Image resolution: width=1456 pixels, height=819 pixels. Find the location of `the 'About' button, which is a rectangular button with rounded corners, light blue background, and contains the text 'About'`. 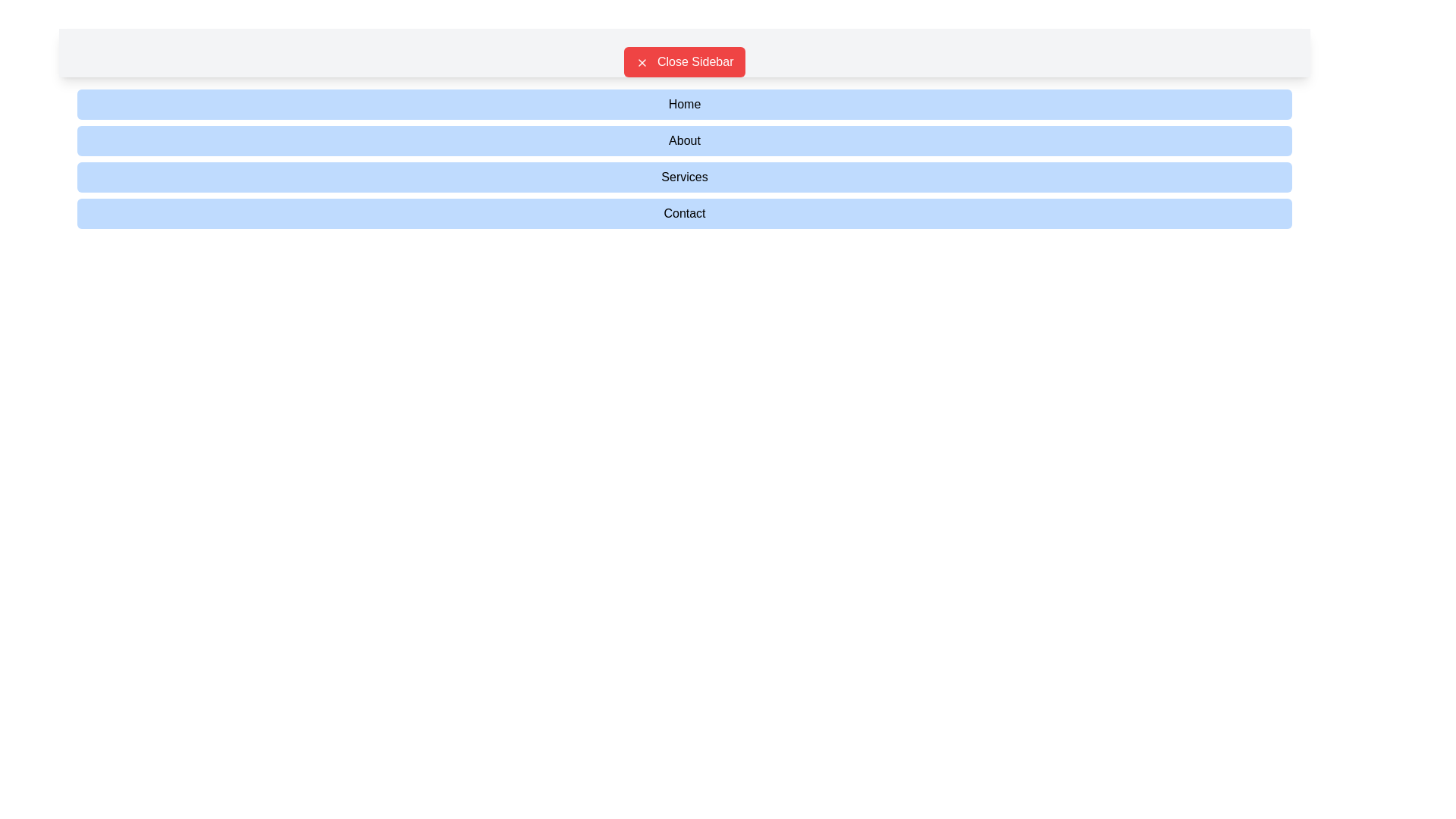

the 'About' button, which is a rectangular button with rounded corners, light blue background, and contains the text 'About' is located at coordinates (683, 140).